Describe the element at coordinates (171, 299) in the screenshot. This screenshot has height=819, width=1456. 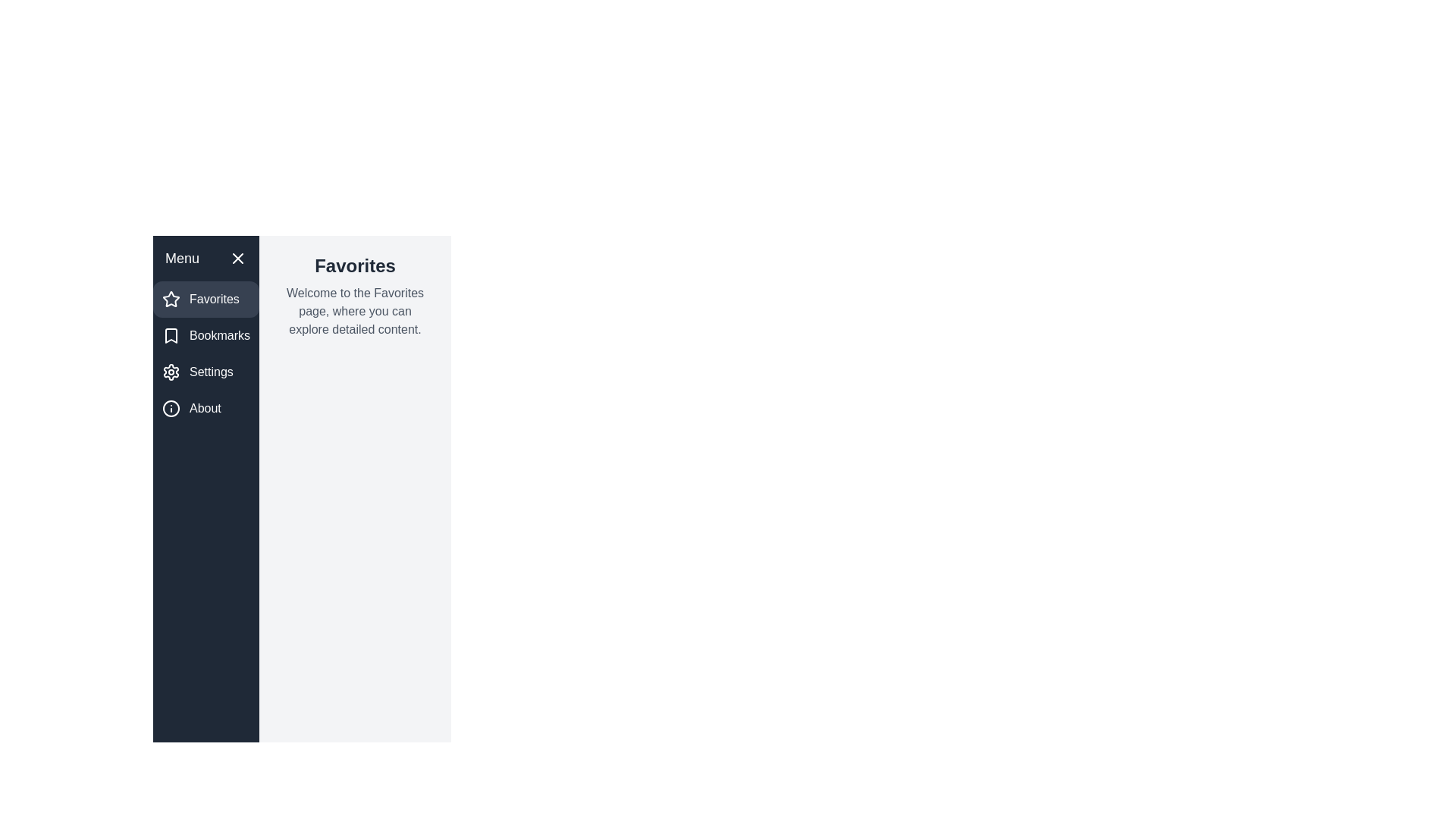
I see `the star icon on the vertical menu bar` at that location.